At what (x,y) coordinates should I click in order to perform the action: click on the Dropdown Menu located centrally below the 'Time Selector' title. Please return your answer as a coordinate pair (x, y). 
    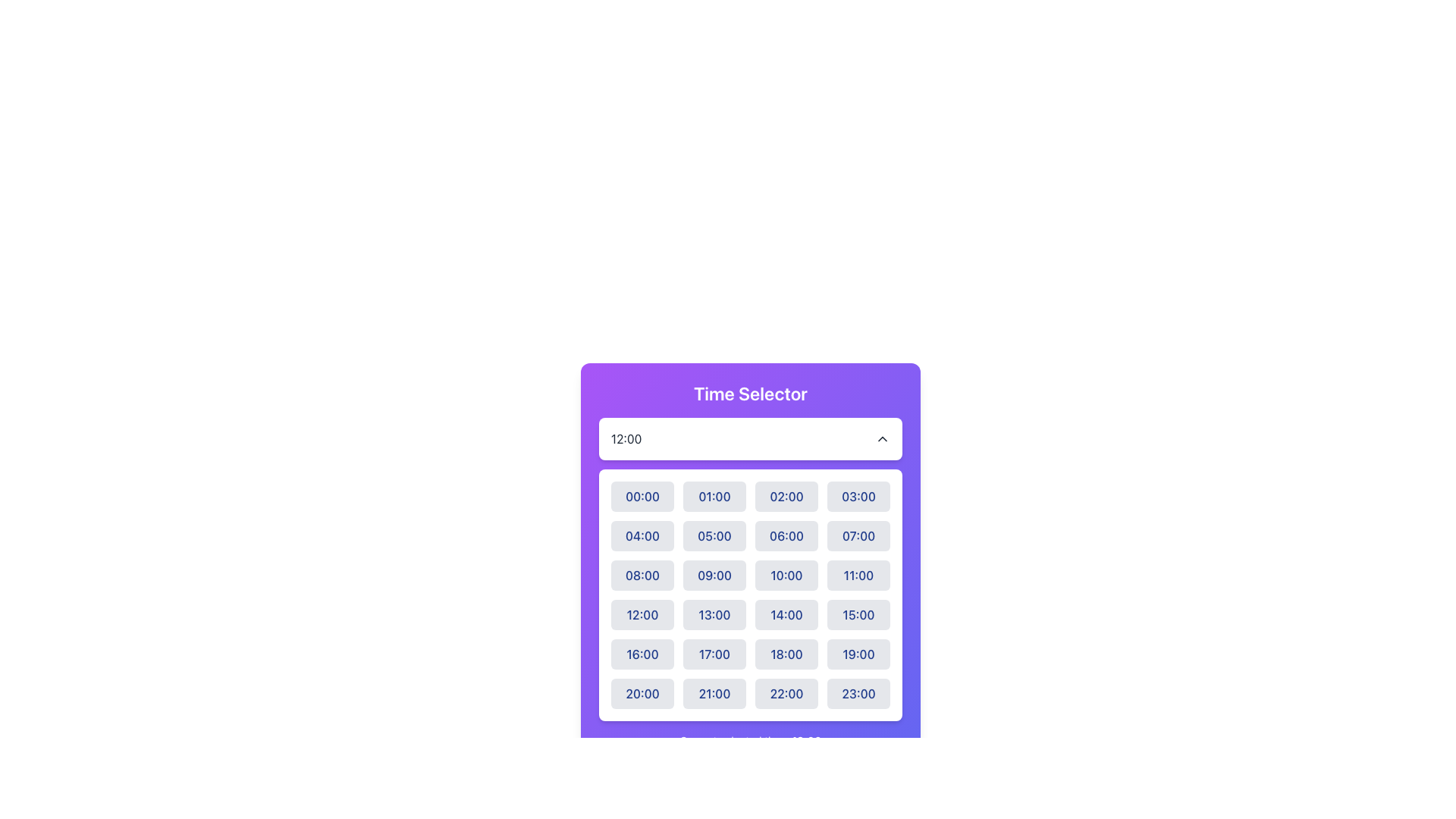
    Looking at the image, I should click on (750, 438).